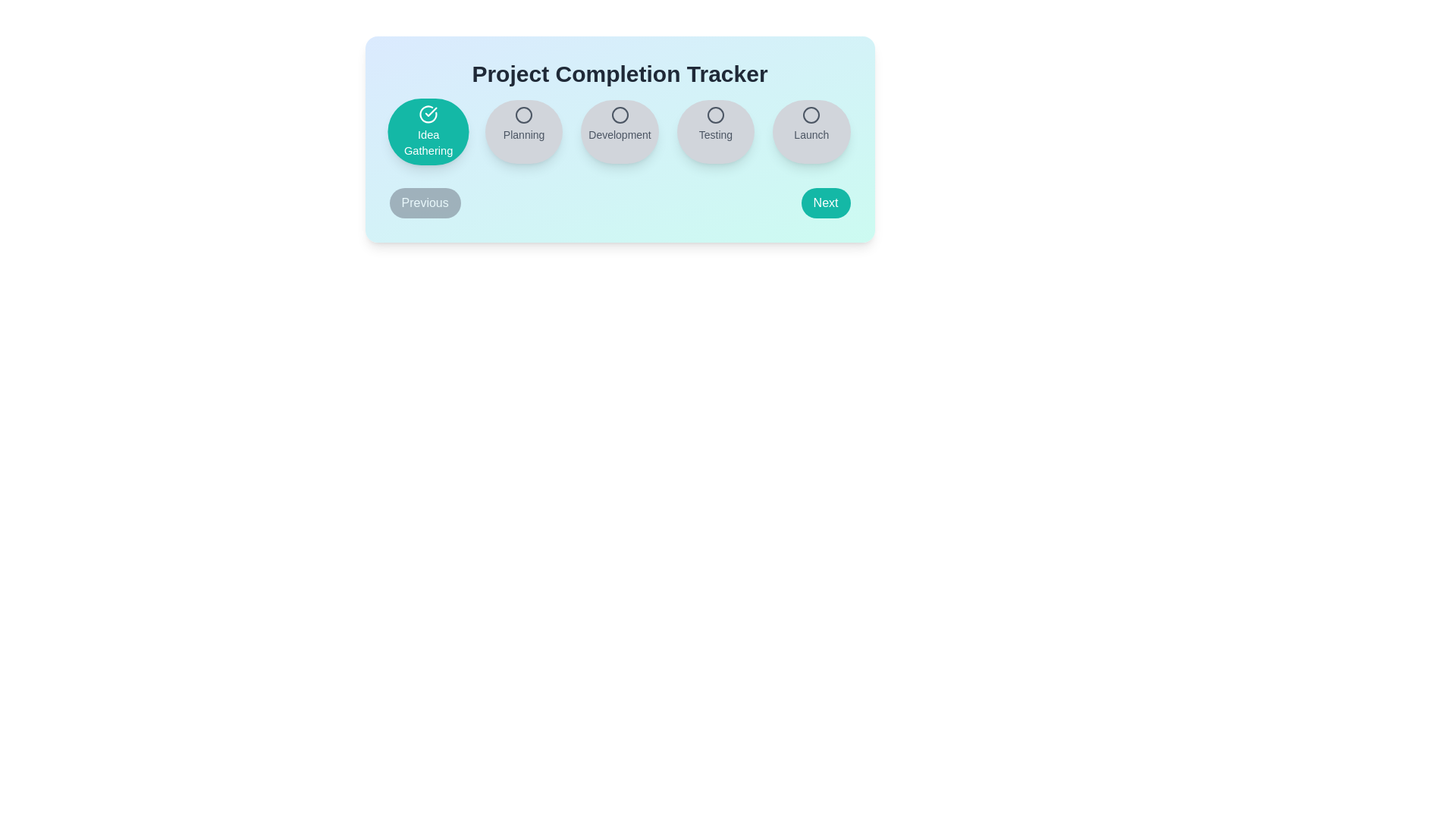 Image resolution: width=1456 pixels, height=819 pixels. Describe the element at coordinates (524, 114) in the screenshot. I see `the Circular SVG marker representing the 'Planning' stage in the progress tracker, located between 'Idea Gathering' and 'Development'` at that location.